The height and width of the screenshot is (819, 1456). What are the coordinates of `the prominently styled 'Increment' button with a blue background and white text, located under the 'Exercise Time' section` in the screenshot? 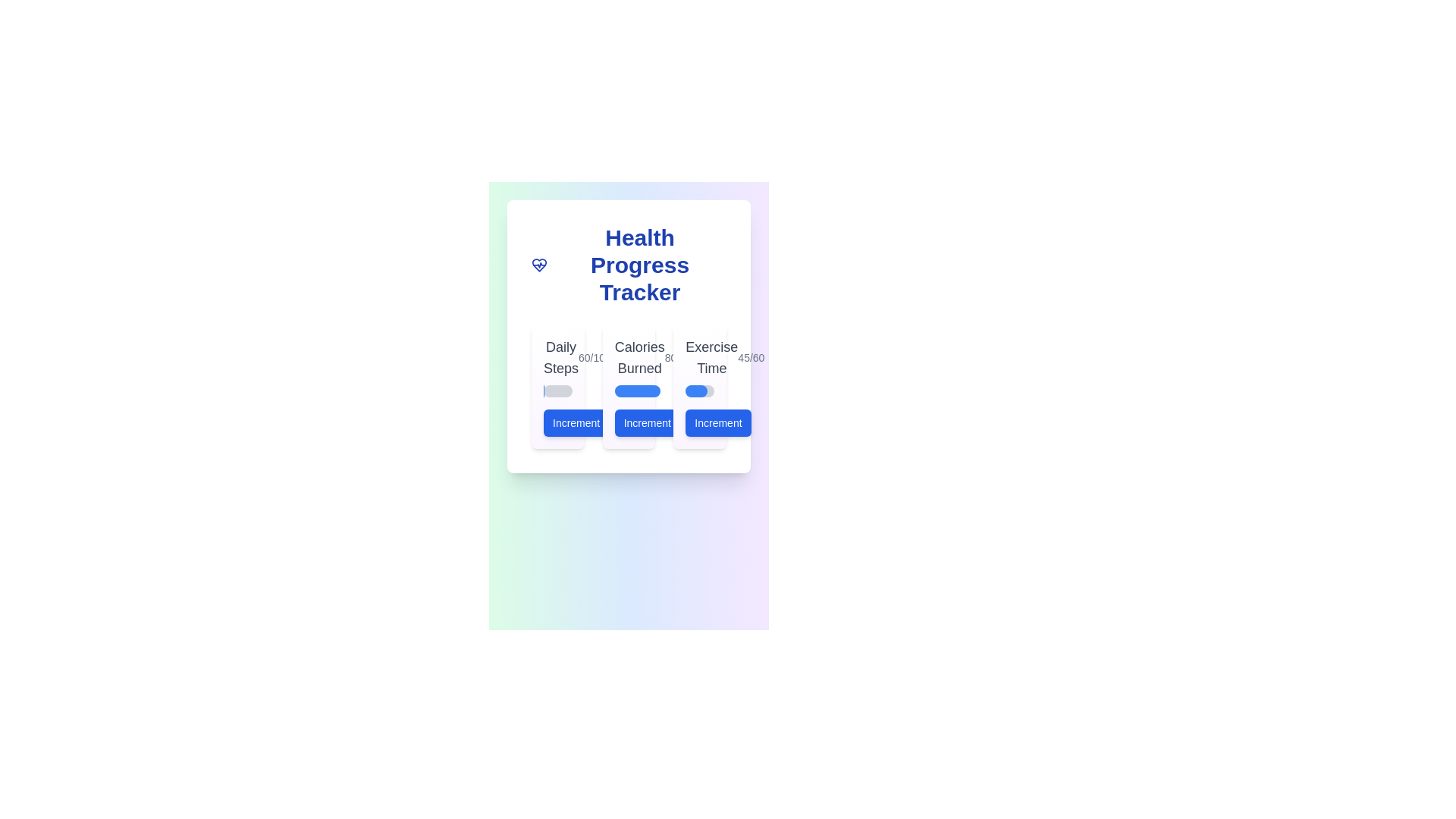 It's located at (698, 423).